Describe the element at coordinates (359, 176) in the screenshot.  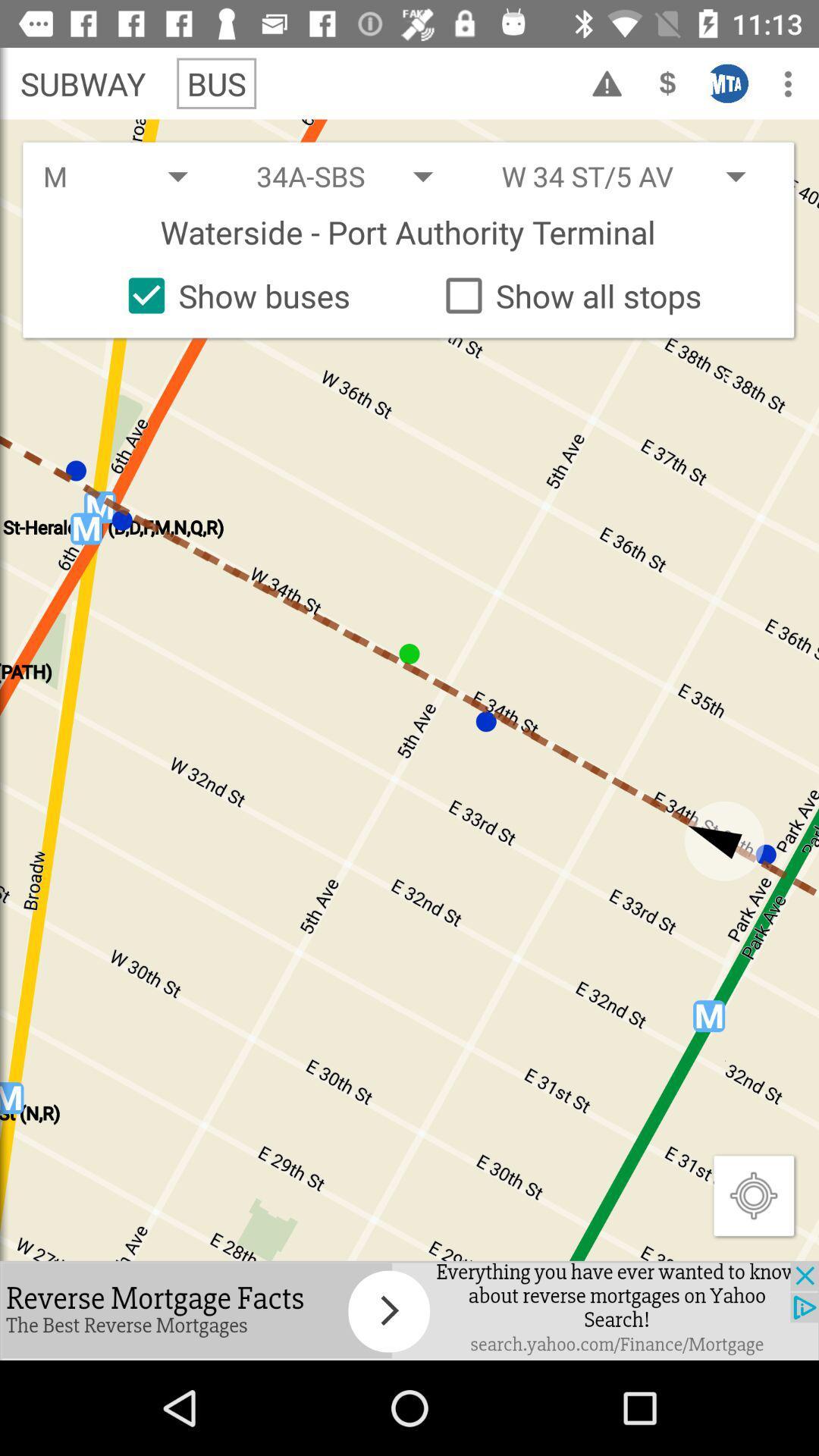
I see `the drop down of text 34asbs` at that location.